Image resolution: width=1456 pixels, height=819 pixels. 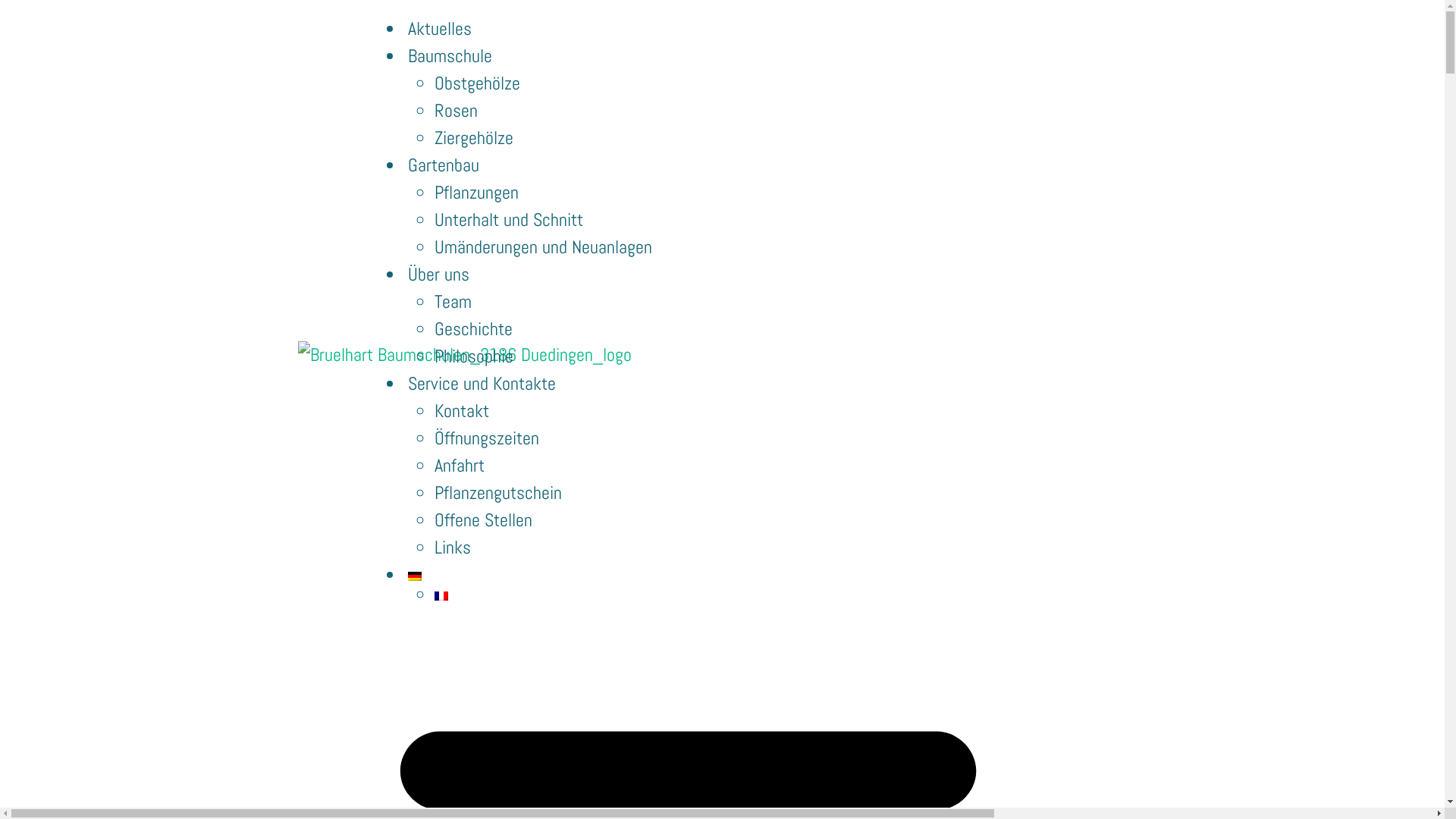 What do you see at coordinates (451, 547) in the screenshot?
I see `'Links'` at bounding box center [451, 547].